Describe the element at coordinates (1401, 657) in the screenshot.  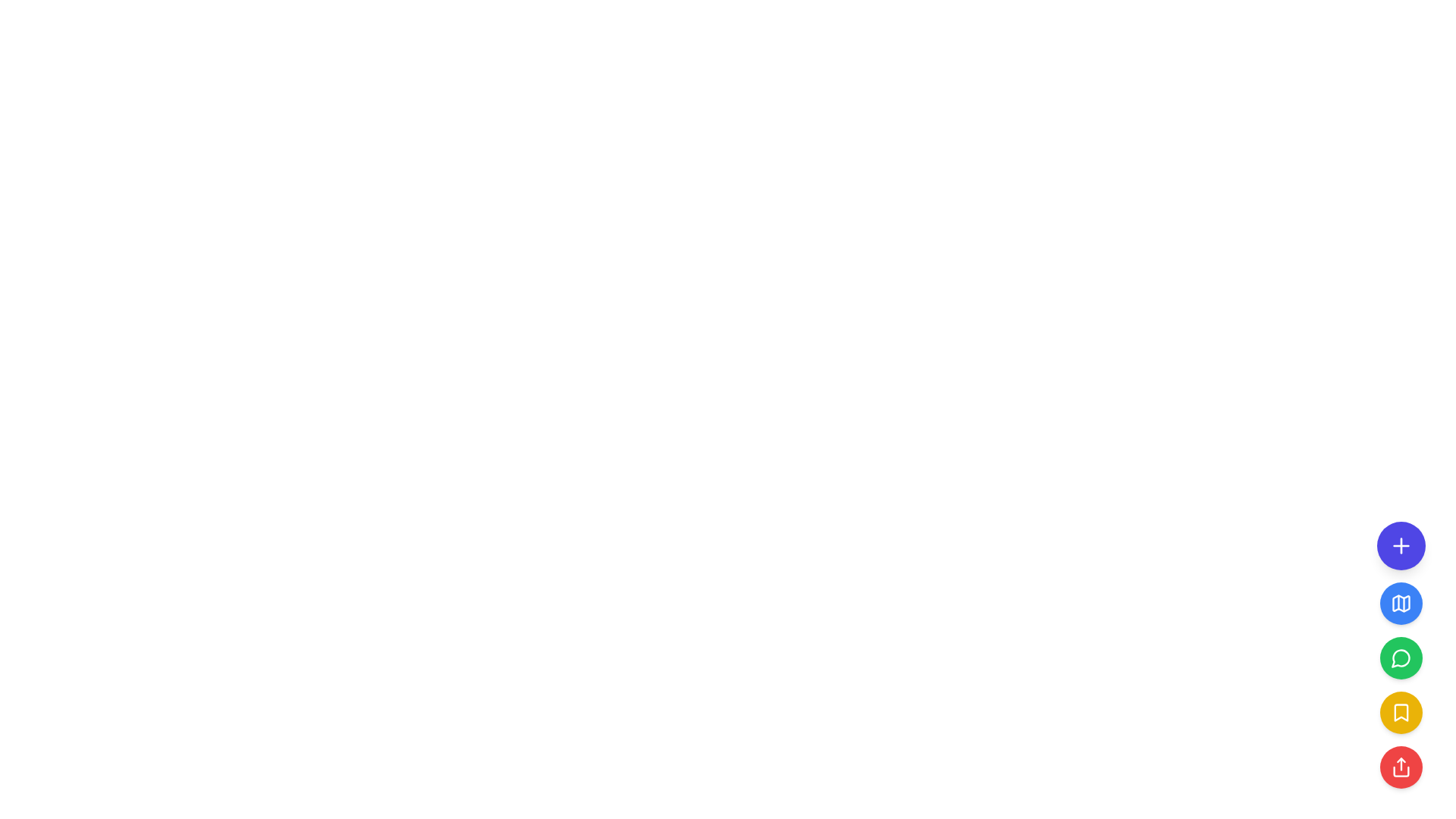
I see `the third circular button with a green background and a message bubble icon located on the right side of the interface` at that location.